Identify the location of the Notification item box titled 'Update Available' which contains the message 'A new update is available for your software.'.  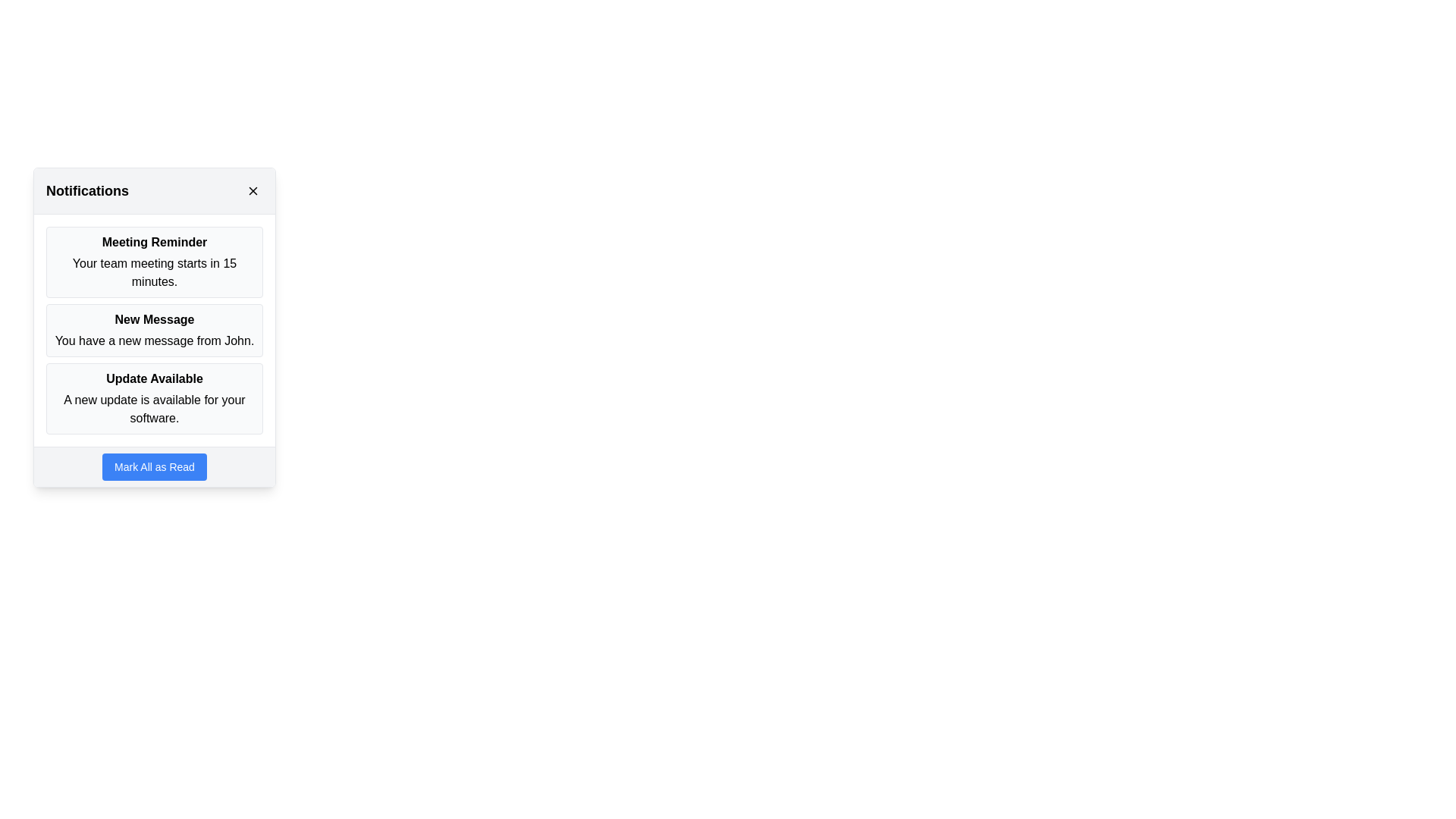
(154, 397).